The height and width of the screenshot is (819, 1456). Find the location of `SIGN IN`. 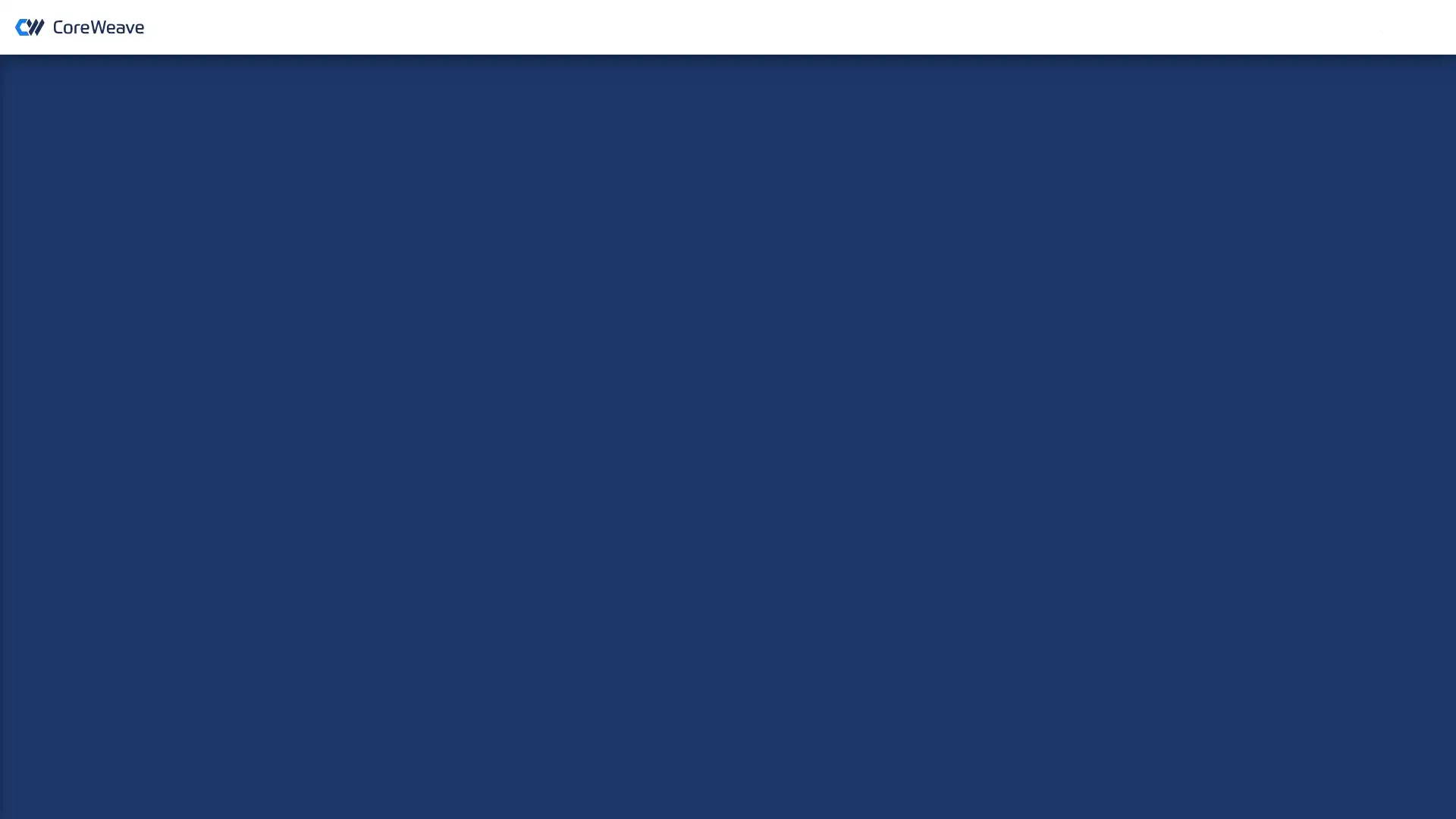

SIGN IN is located at coordinates (726, 374).